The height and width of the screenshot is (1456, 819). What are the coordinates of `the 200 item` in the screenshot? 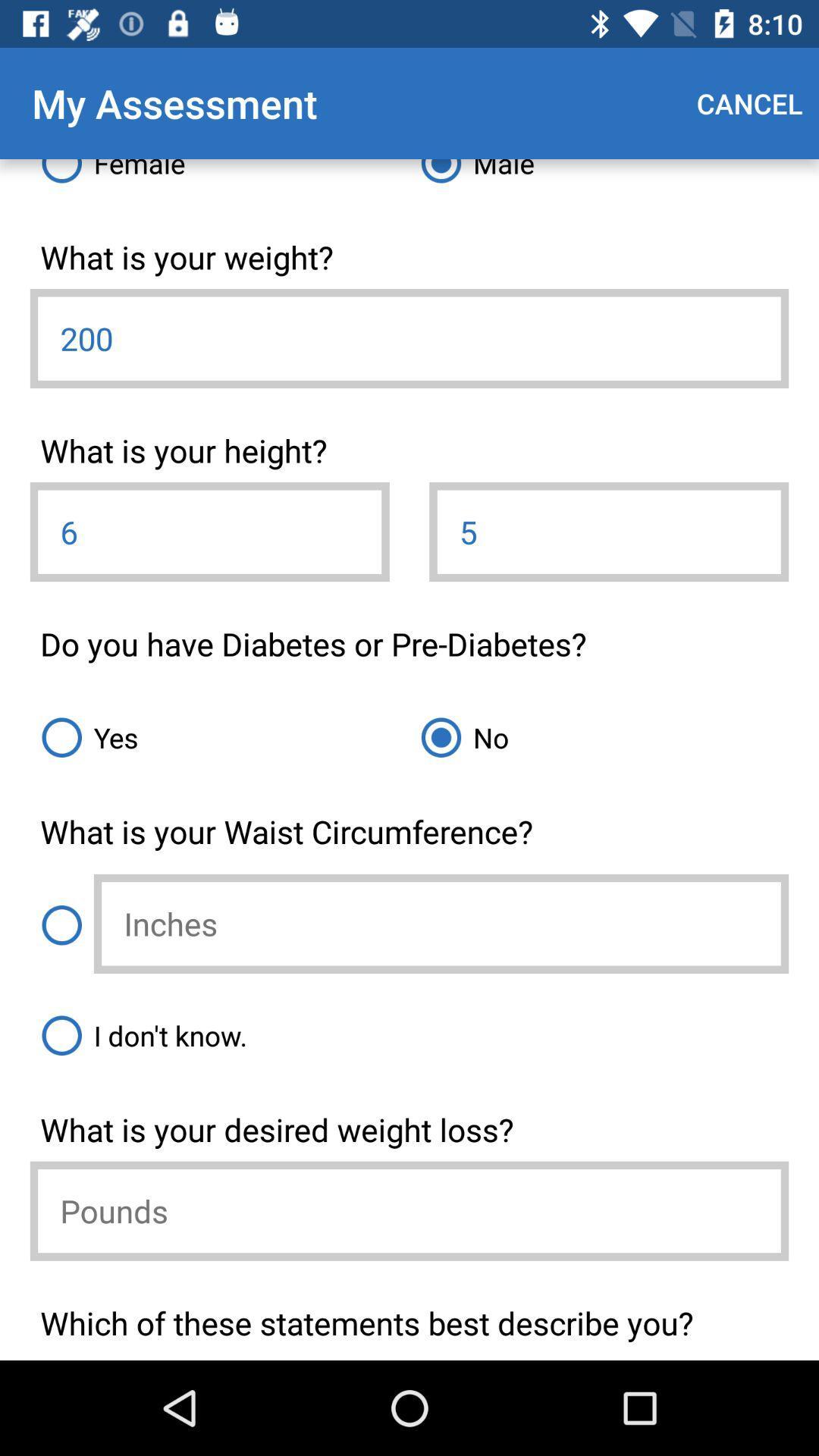 It's located at (409, 337).